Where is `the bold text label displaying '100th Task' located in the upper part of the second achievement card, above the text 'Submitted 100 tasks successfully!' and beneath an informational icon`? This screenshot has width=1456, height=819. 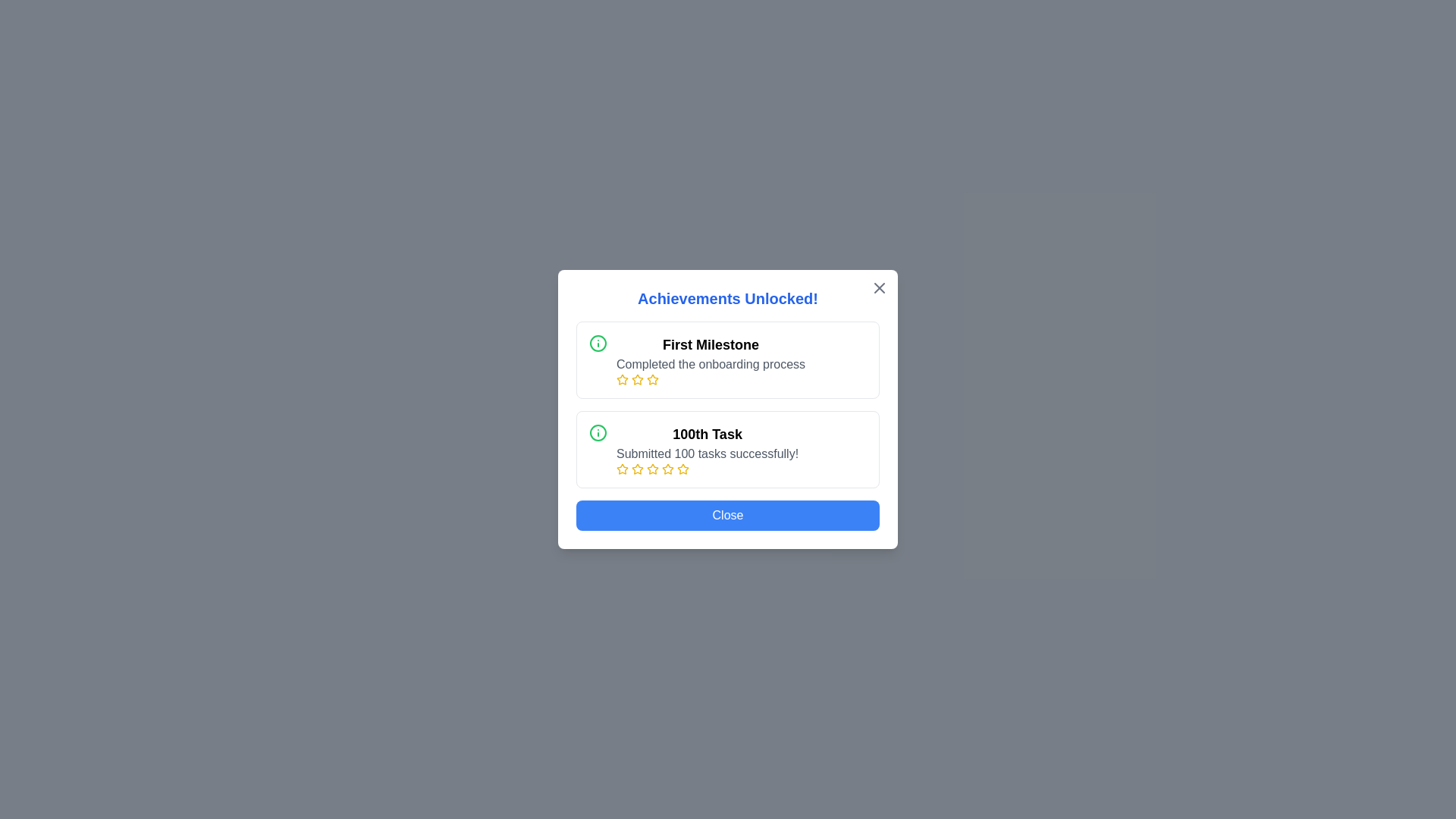 the bold text label displaying '100th Task' located in the upper part of the second achievement card, above the text 'Submitted 100 tasks successfully!' and beneath an informational icon is located at coordinates (707, 435).